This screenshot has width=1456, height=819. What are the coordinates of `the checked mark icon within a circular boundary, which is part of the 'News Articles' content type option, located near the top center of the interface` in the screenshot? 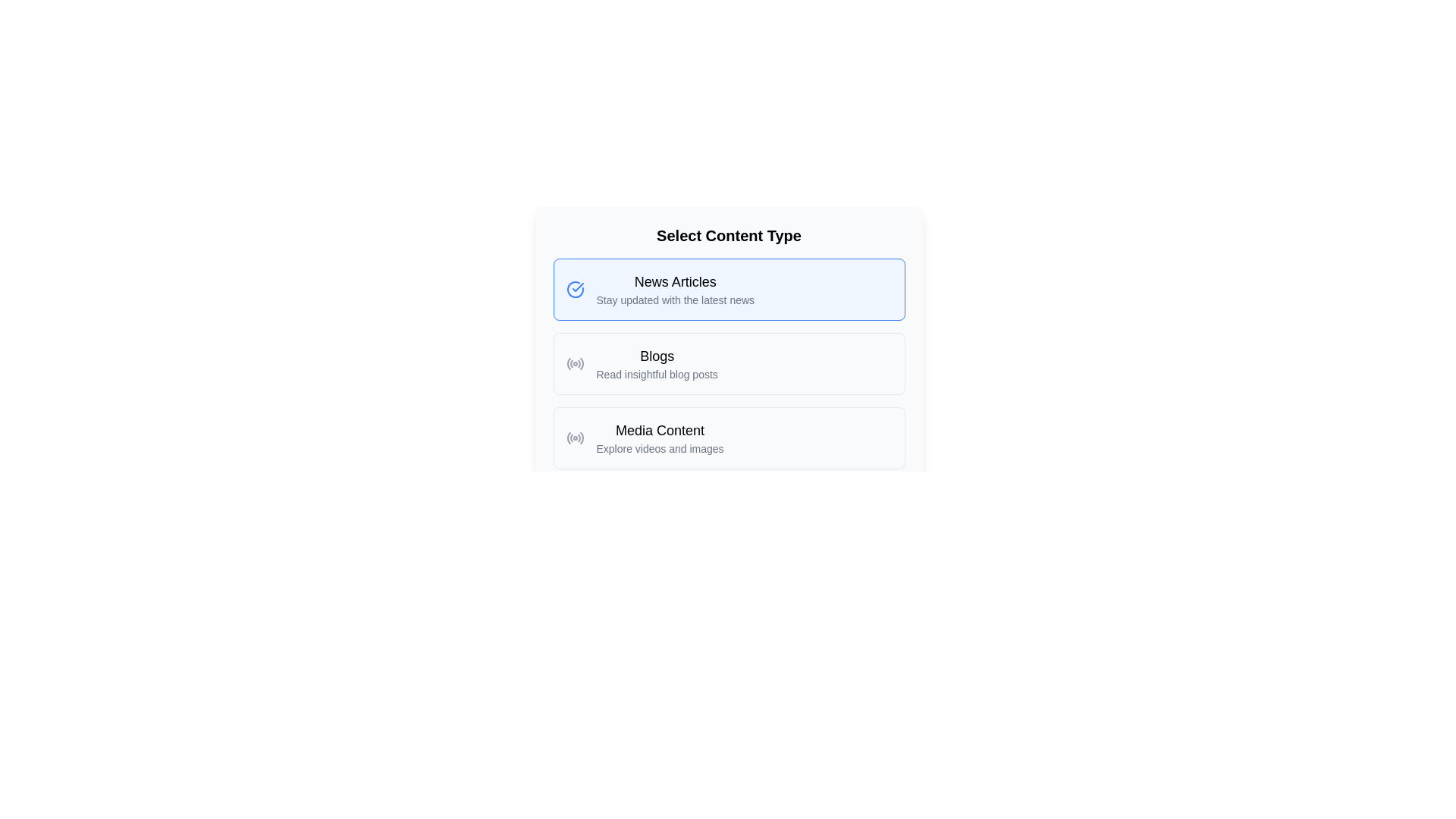 It's located at (577, 287).